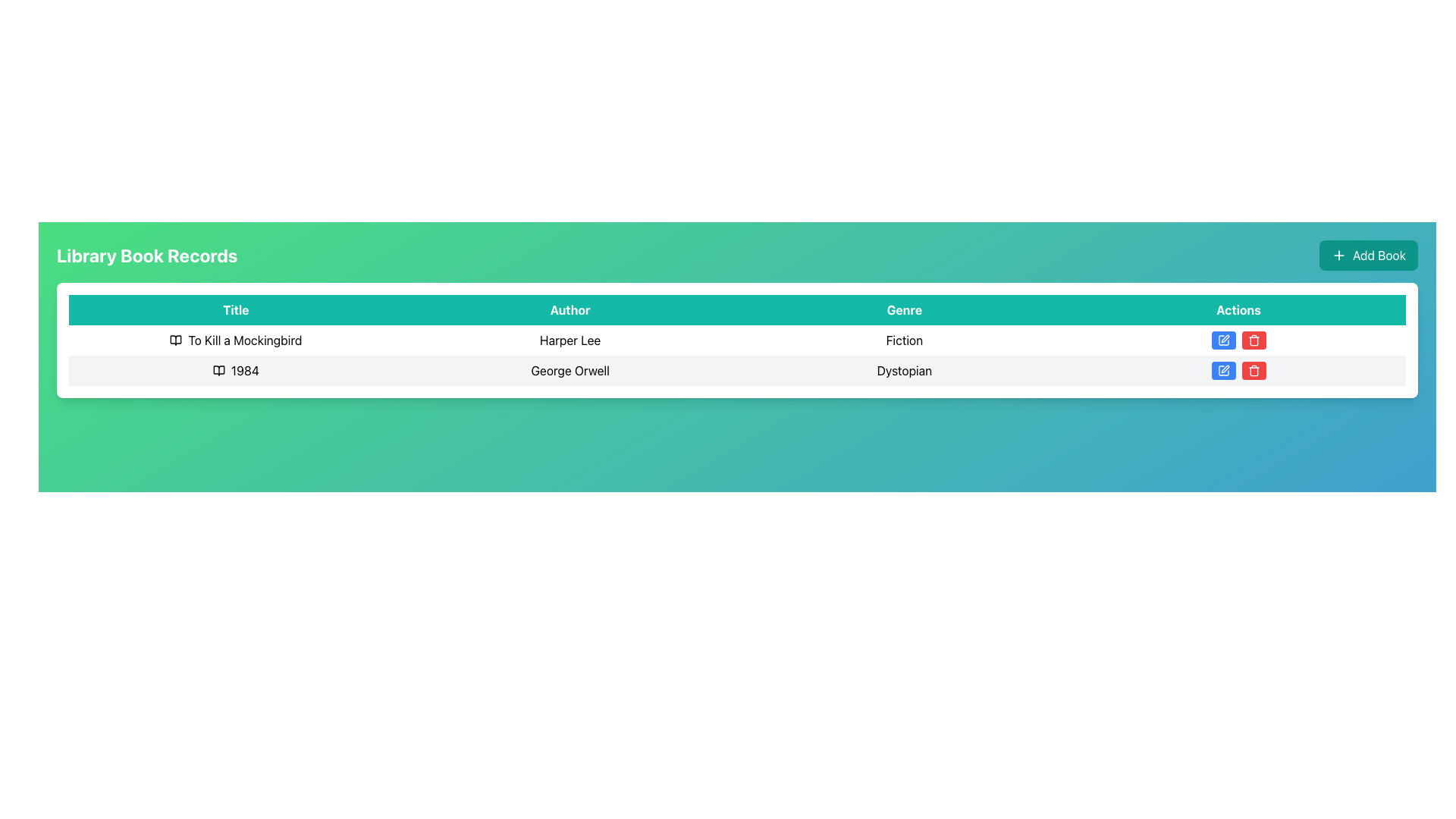 This screenshot has width=1456, height=819. What do you see at coordinates (904, 339) in the screenshot?
I see `the text label displaying 'Fiction' which is bold and centered in the first row of a table, positioned between 'Harper Lee' and blank space` at bounding box center [904, 339].